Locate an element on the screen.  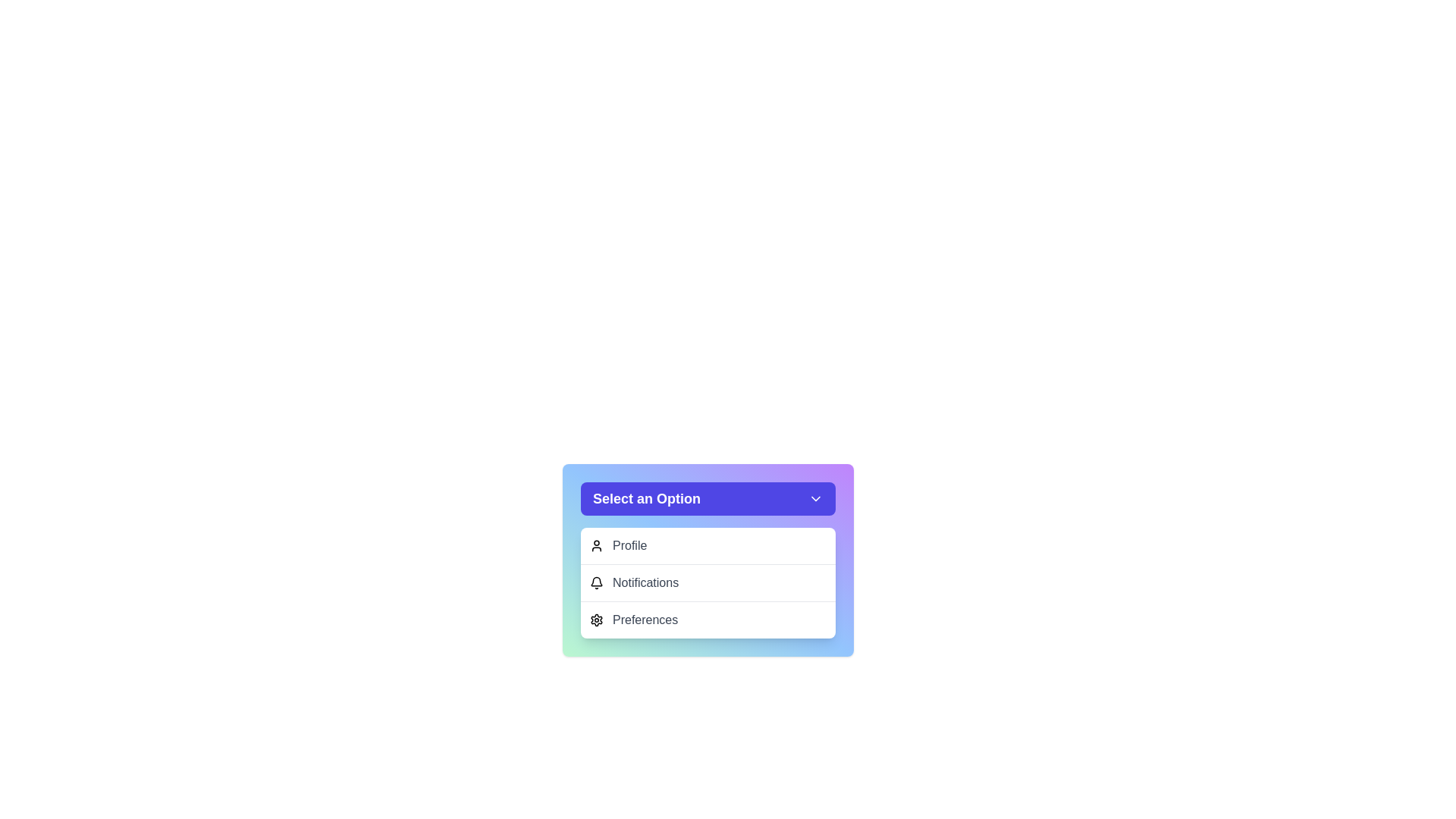
the dropdown button to toggle the menu visibility is located at coordinates (708, 499).